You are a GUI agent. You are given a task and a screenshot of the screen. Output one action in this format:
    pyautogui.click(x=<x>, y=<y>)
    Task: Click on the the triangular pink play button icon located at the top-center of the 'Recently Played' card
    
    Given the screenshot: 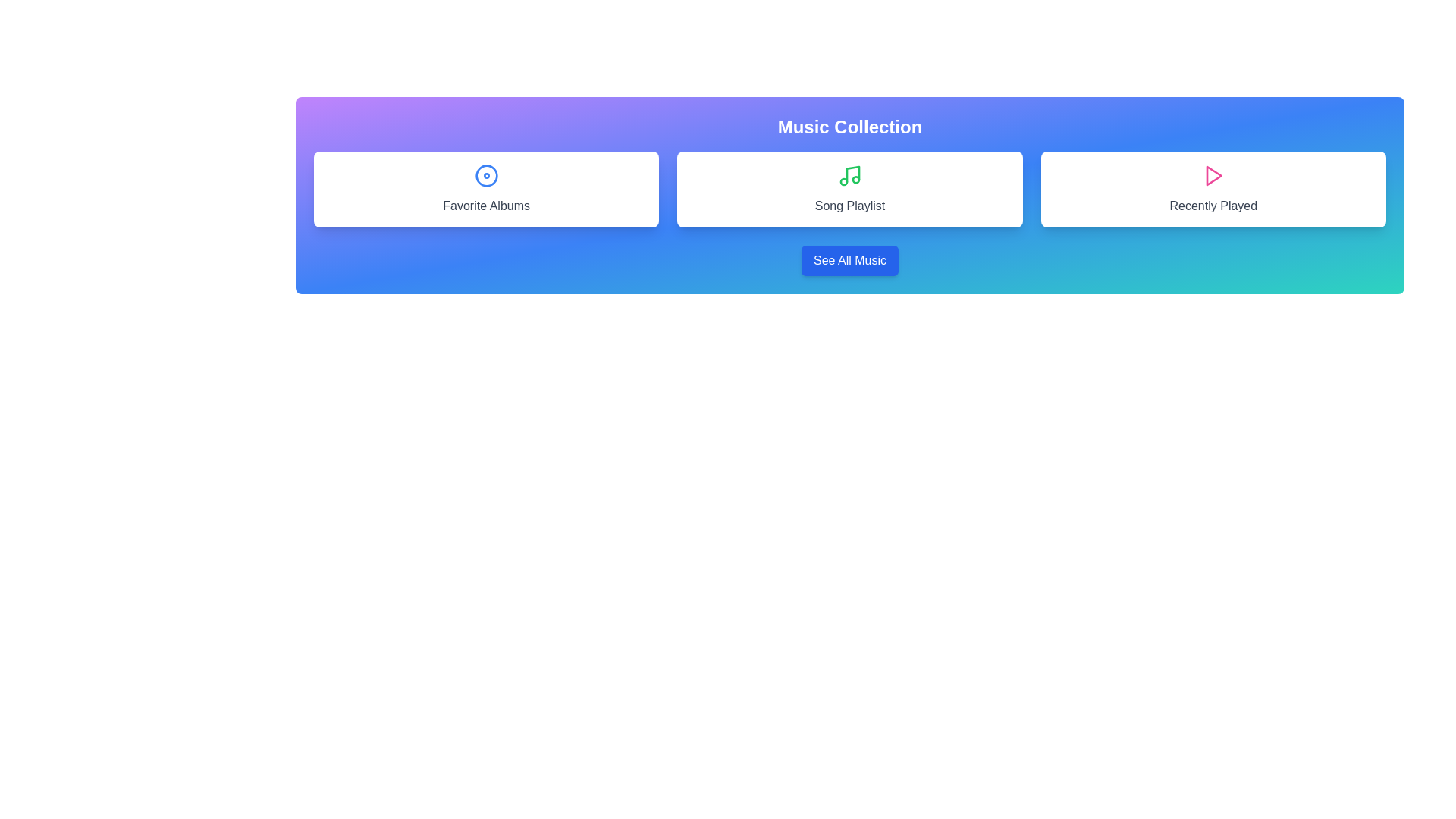 What is the action you would take?
    pyautogui.click(x=1213, y=174)
    